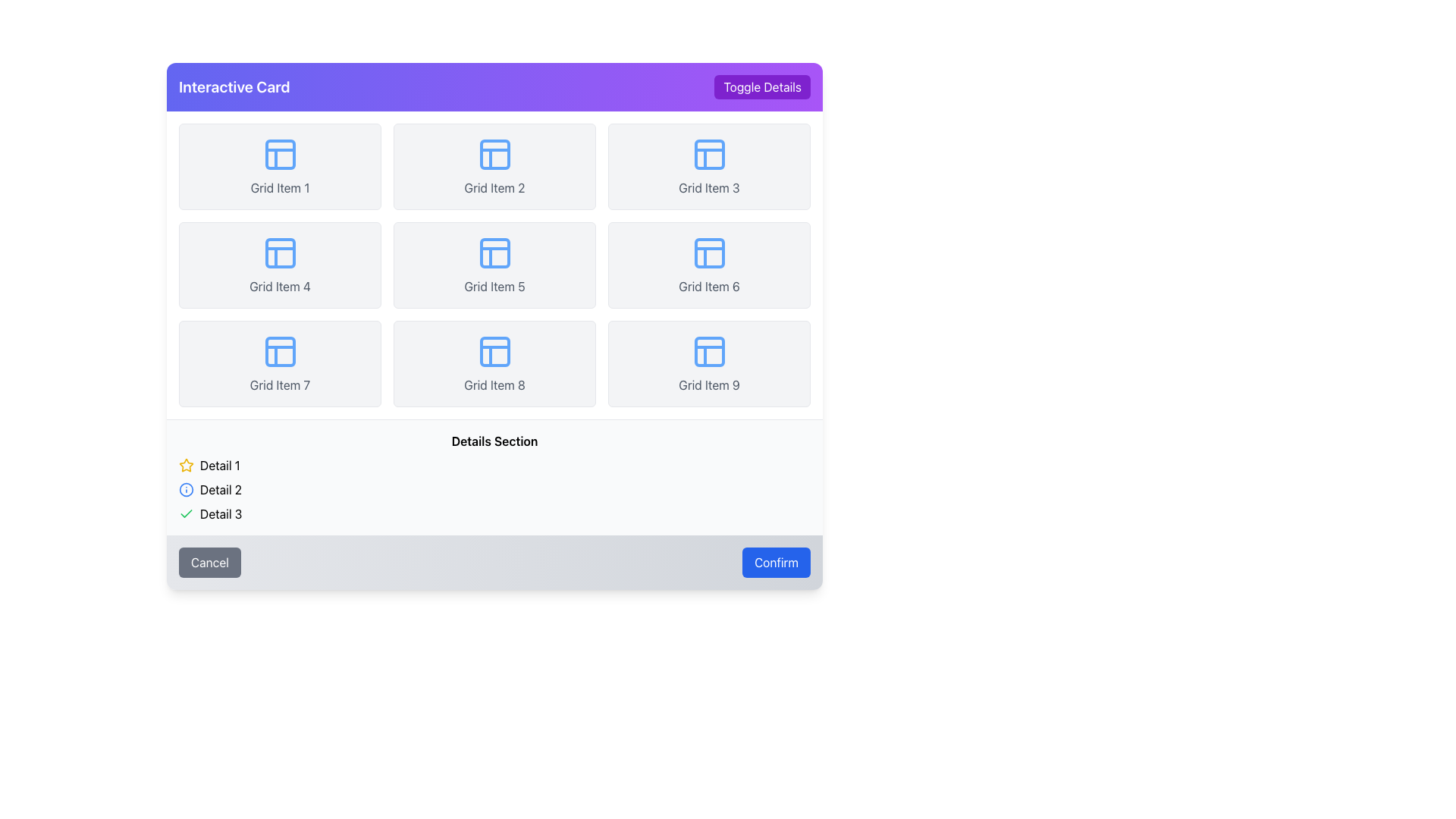 The width and height of the screenshot is (1456, 819). What do you see at coordinates (708, 155) in the screenshot?
I see `square-shaped icon with a blue outline and a '+' shape inside, located in the tile labeled 'Grid Item 3' in the top row of the 3x3 grid layout` at bounding box center [708, 155].